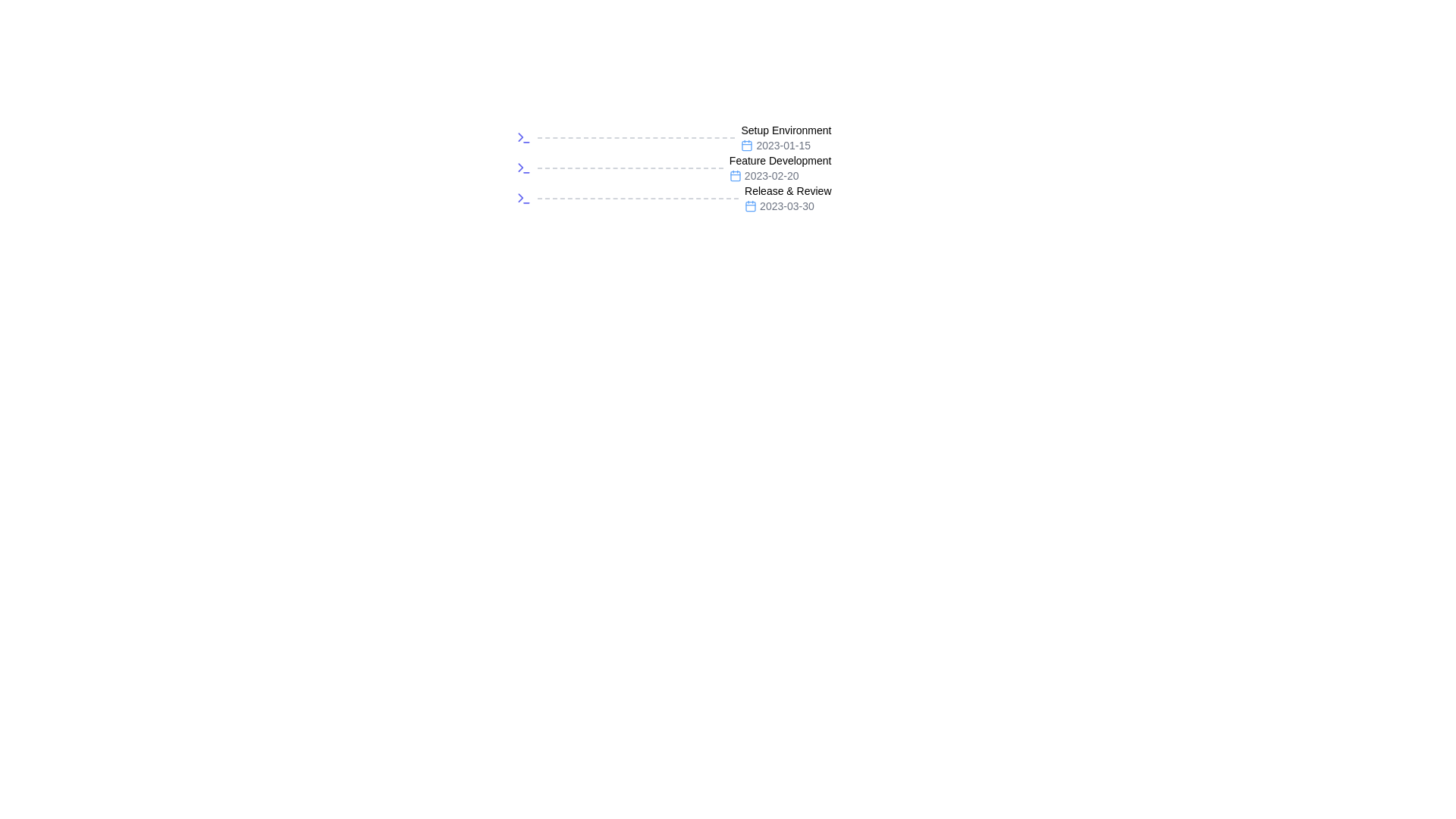 The width and height of the screenshot is (1456, 819). I want to click on the calendar icon associated with the date '2023-02-20' in the 'Feature Development' section of the timeline, so click(735, 175).